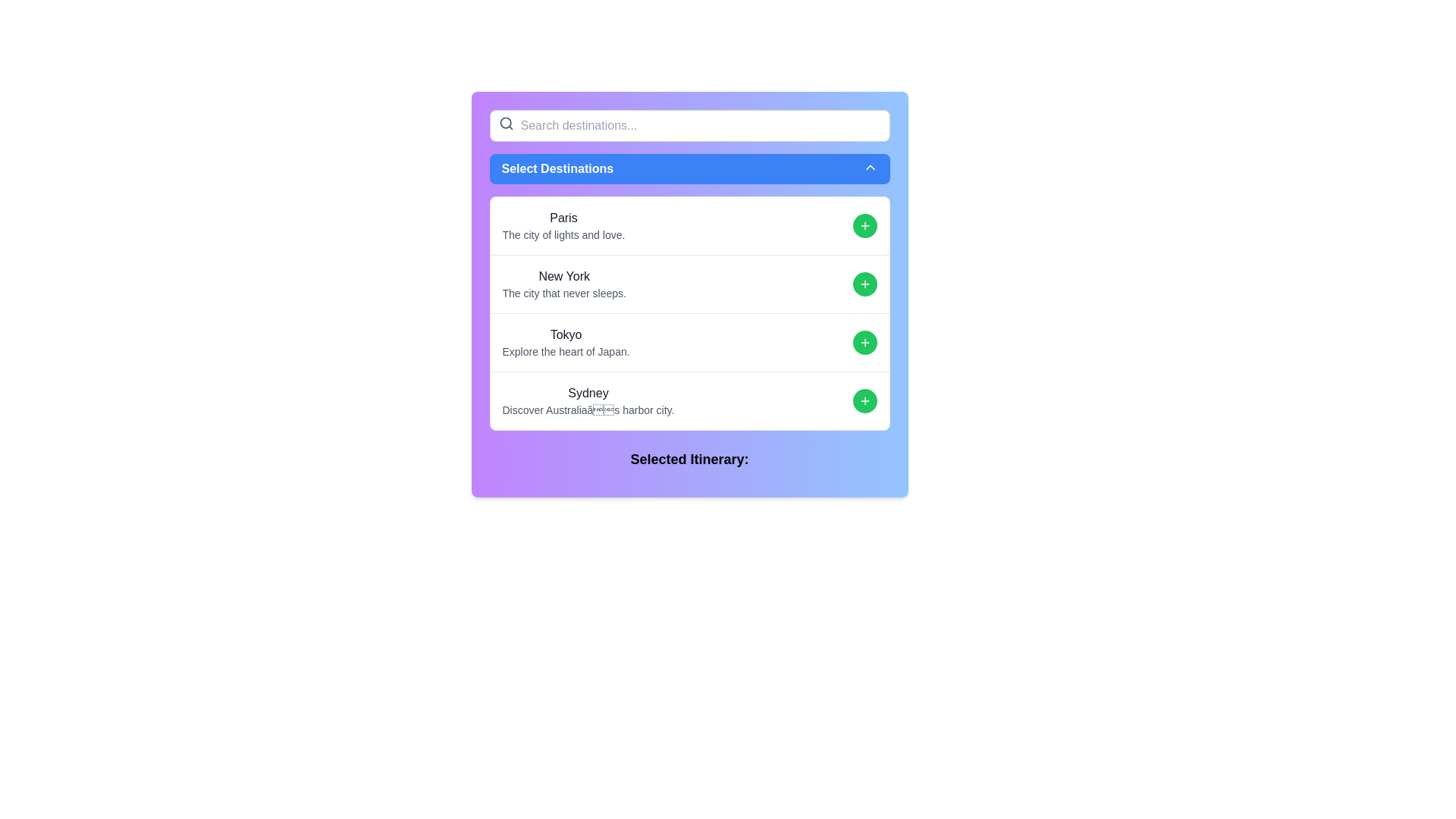 The height and width of the screenshot is (819, 1456). What do you see at coordinates (864, 284) in the screenshot?
I see `the button located at the rightmost position of the row containing 'New York'` at bounding box center [864, 284].